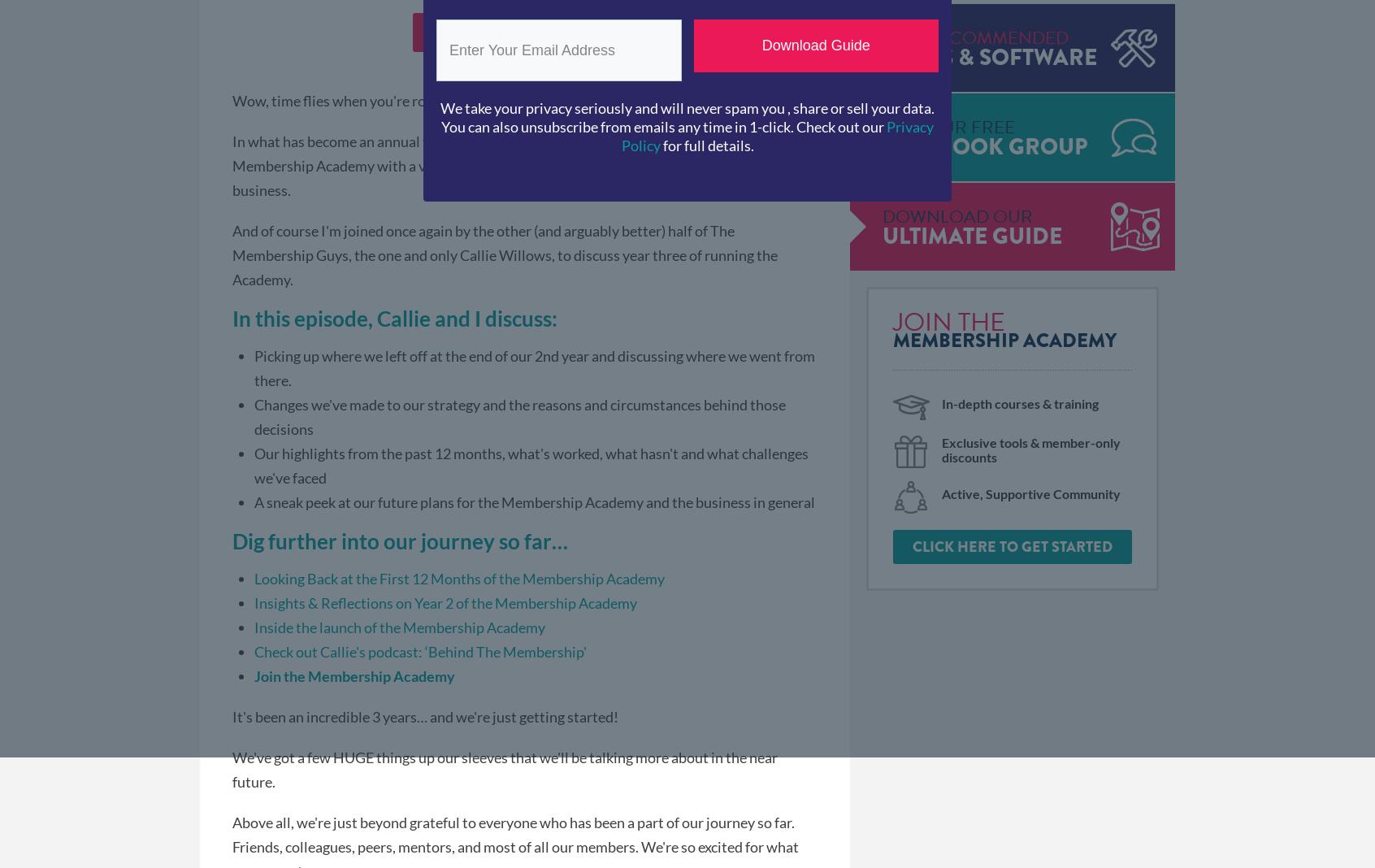 The height and width of the screenshot is (868, 1375). What do you see at coordinates (535, 500) in the screenshot?
I see `'A sneak peek at our future plans for the Membership Academy and the business in general'` at bounding box center [535, 500].